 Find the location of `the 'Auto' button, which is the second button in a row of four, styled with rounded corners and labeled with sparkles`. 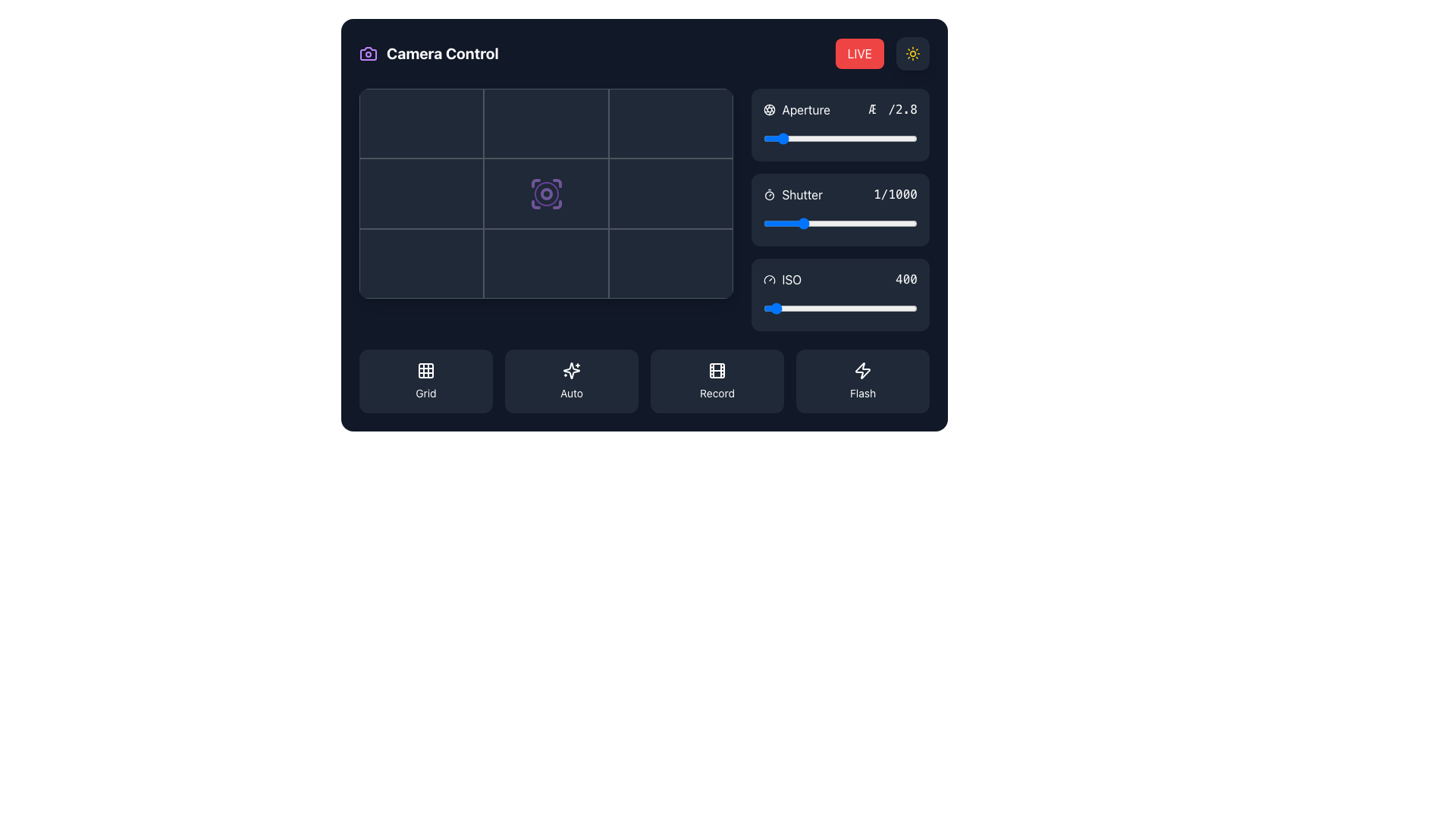

the 'Auto' button, which is the second button in a row of four, styled with rounded corners and labeled with sparkles is located at coordinates (570, 380).